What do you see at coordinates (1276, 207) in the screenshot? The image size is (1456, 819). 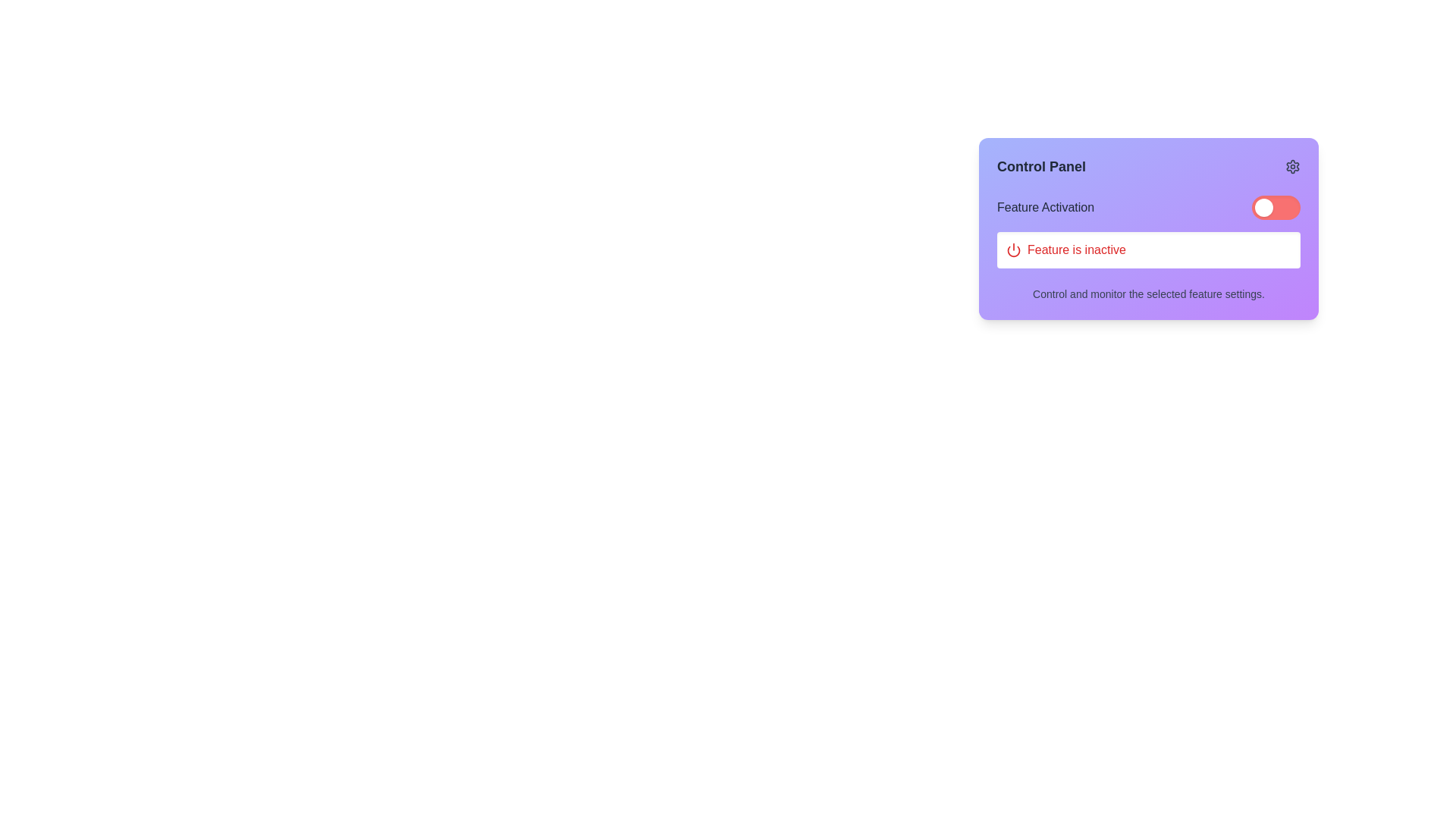 I see `the modern toggle switch with a red background and white circular slider` at bounding box center [1276, 207].